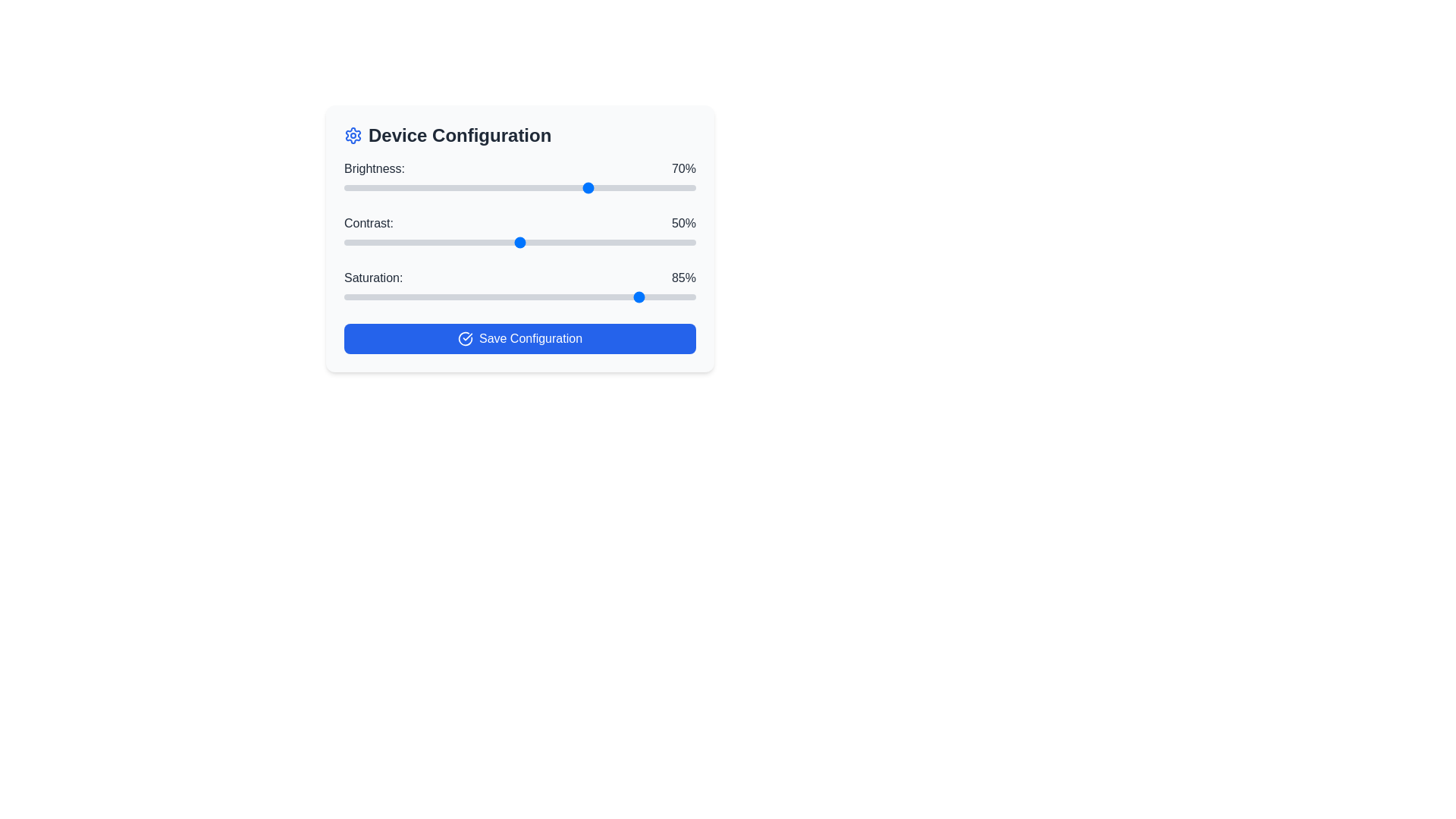 The image size is (1456, 819). I want to click on the saturation level, so click(484, 297).